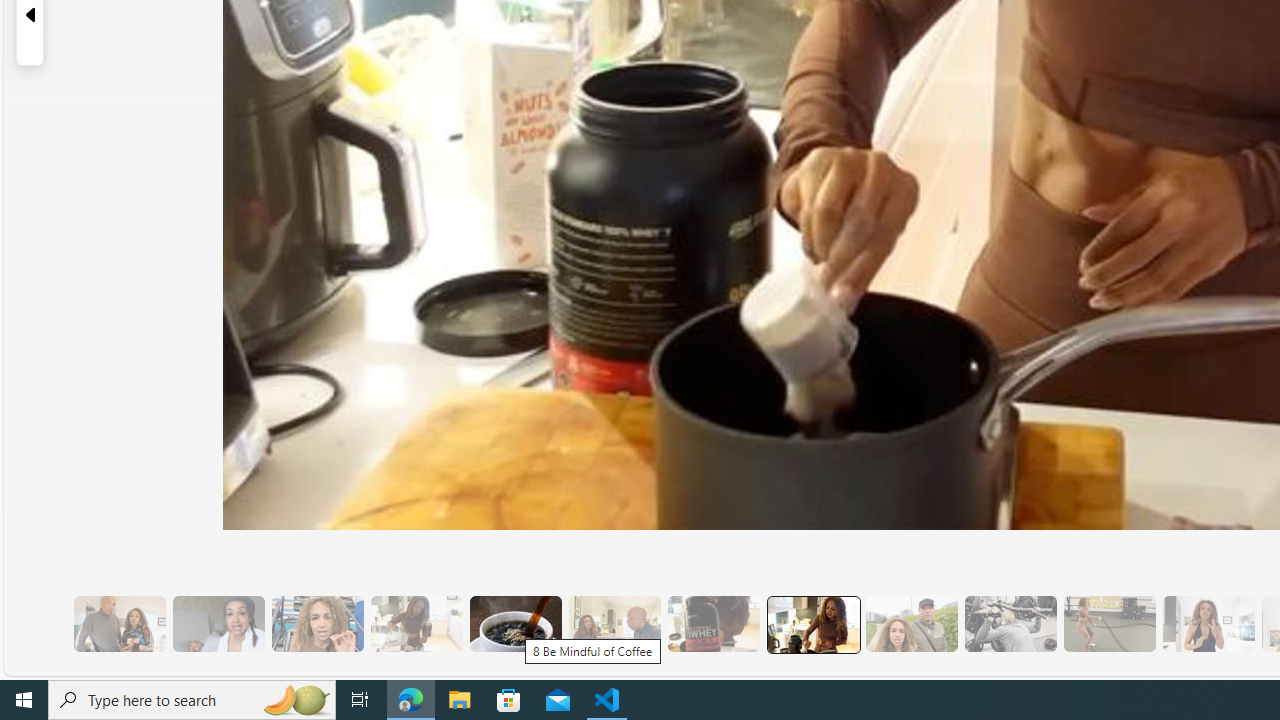  What do you see at coordinates (1010, 623) in the screenshot?
I see `'9 They Do Bench Exercises'` at bounding box center [1010, 623].